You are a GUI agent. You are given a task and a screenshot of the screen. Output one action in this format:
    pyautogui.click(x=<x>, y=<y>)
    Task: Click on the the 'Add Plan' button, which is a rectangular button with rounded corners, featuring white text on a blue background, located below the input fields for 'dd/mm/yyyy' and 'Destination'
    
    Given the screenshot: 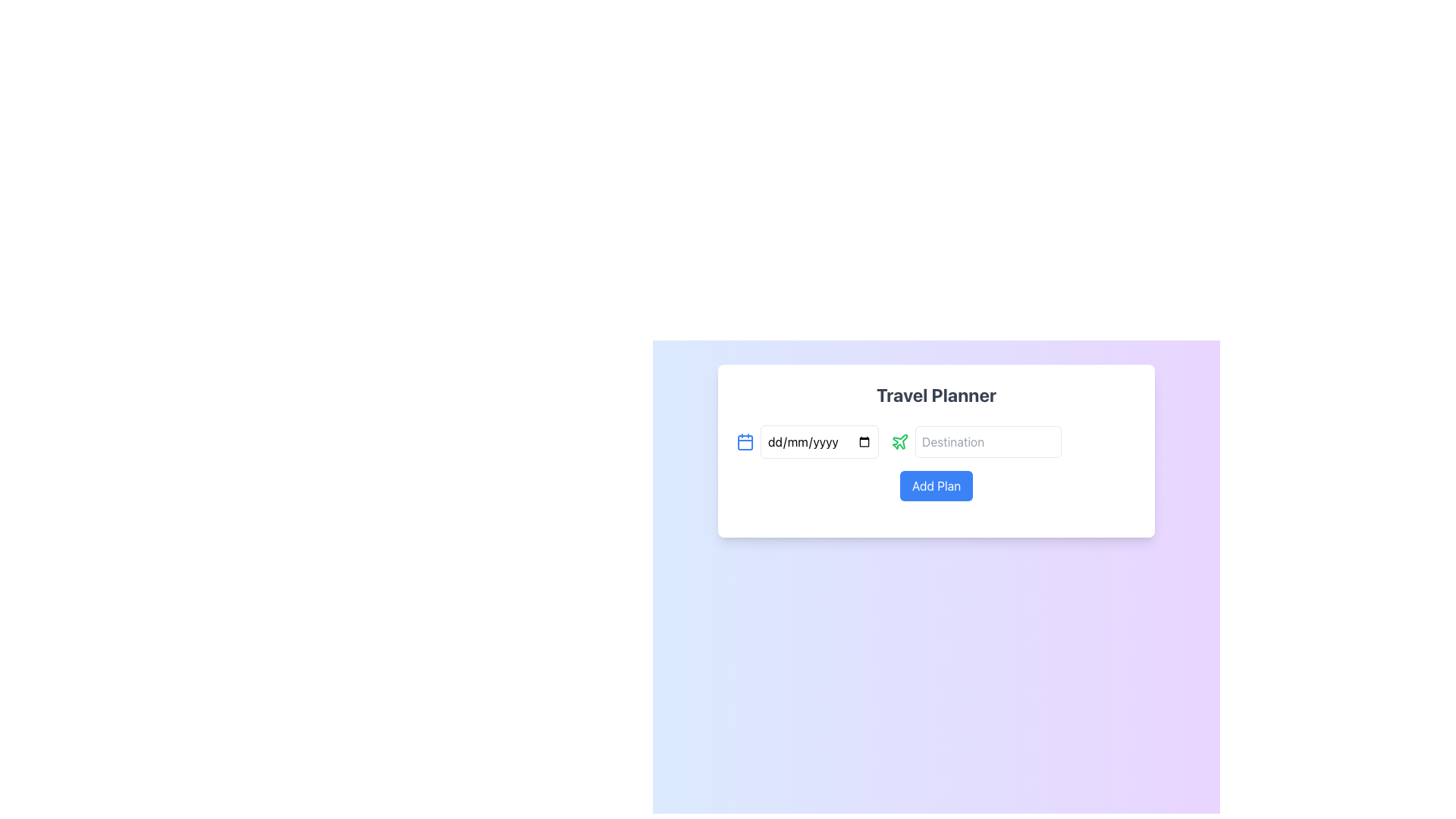 What is the action you would take?
    pyautogui.click(x=935, y=485)
    